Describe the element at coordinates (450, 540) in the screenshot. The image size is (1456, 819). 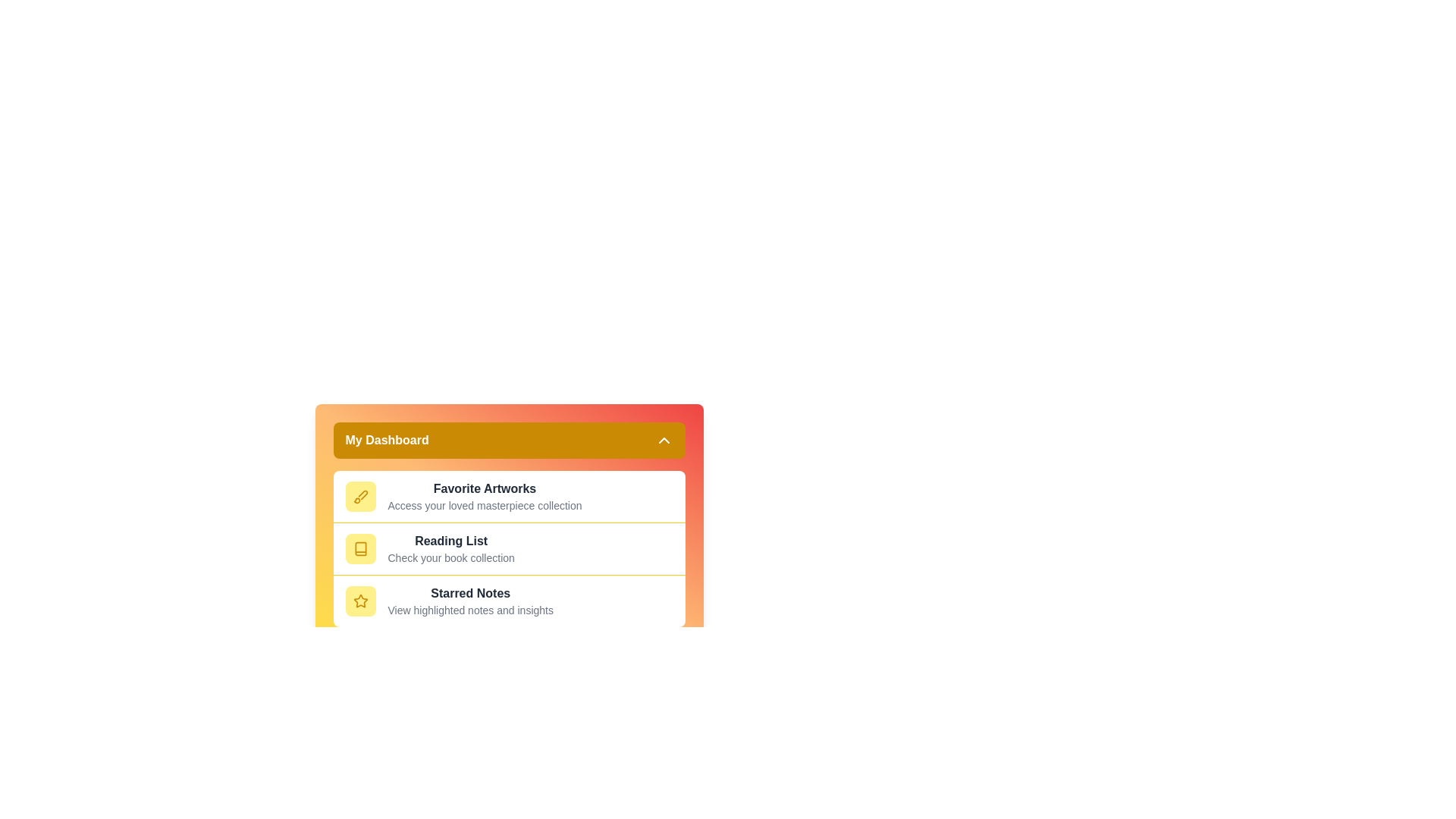
I see `the 'Reading List' text label located centrally below the 'Favorite Artworks' section` at that location.